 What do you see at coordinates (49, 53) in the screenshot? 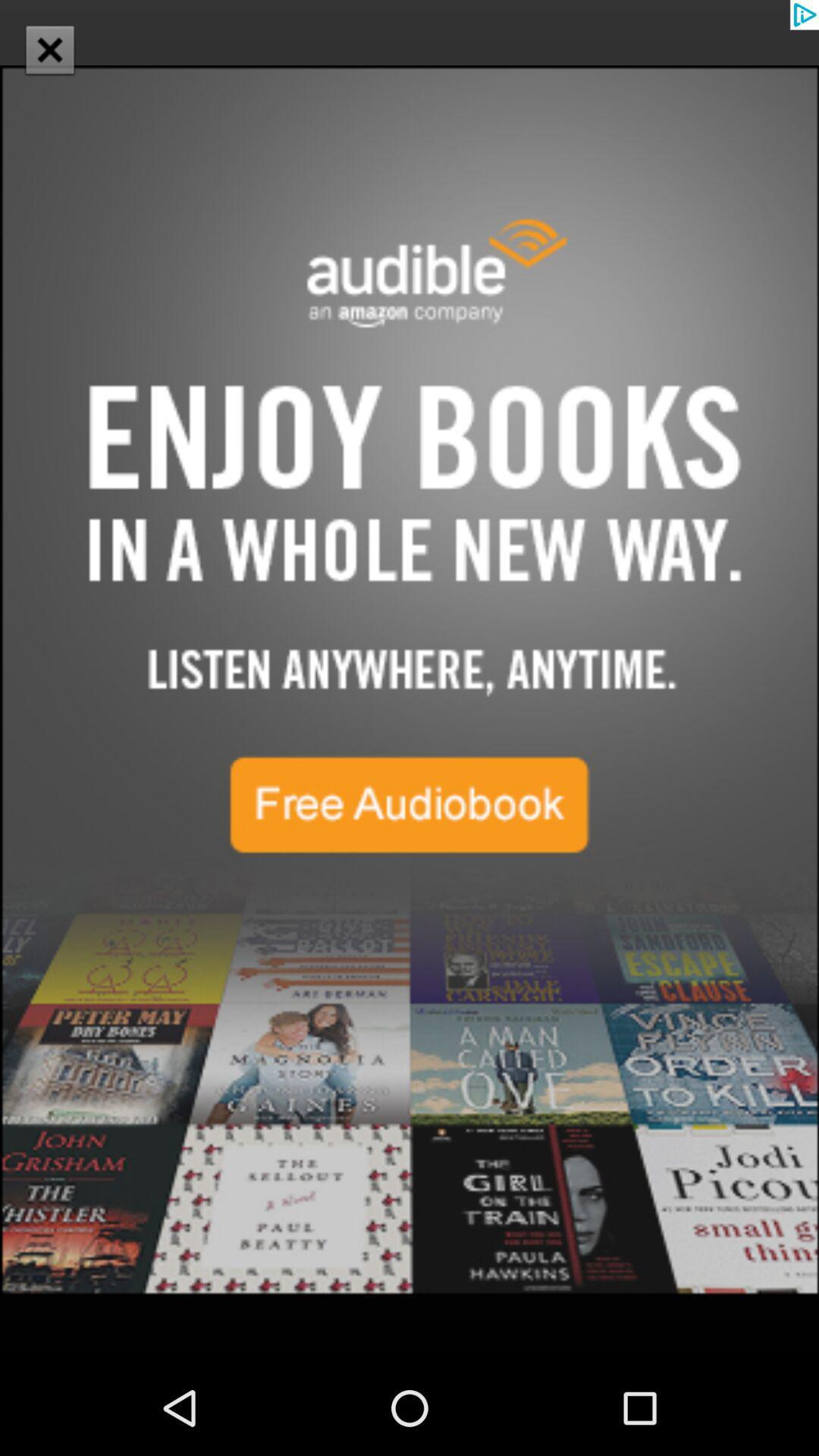
I see `the close icon` at bounding box center [49, 53].